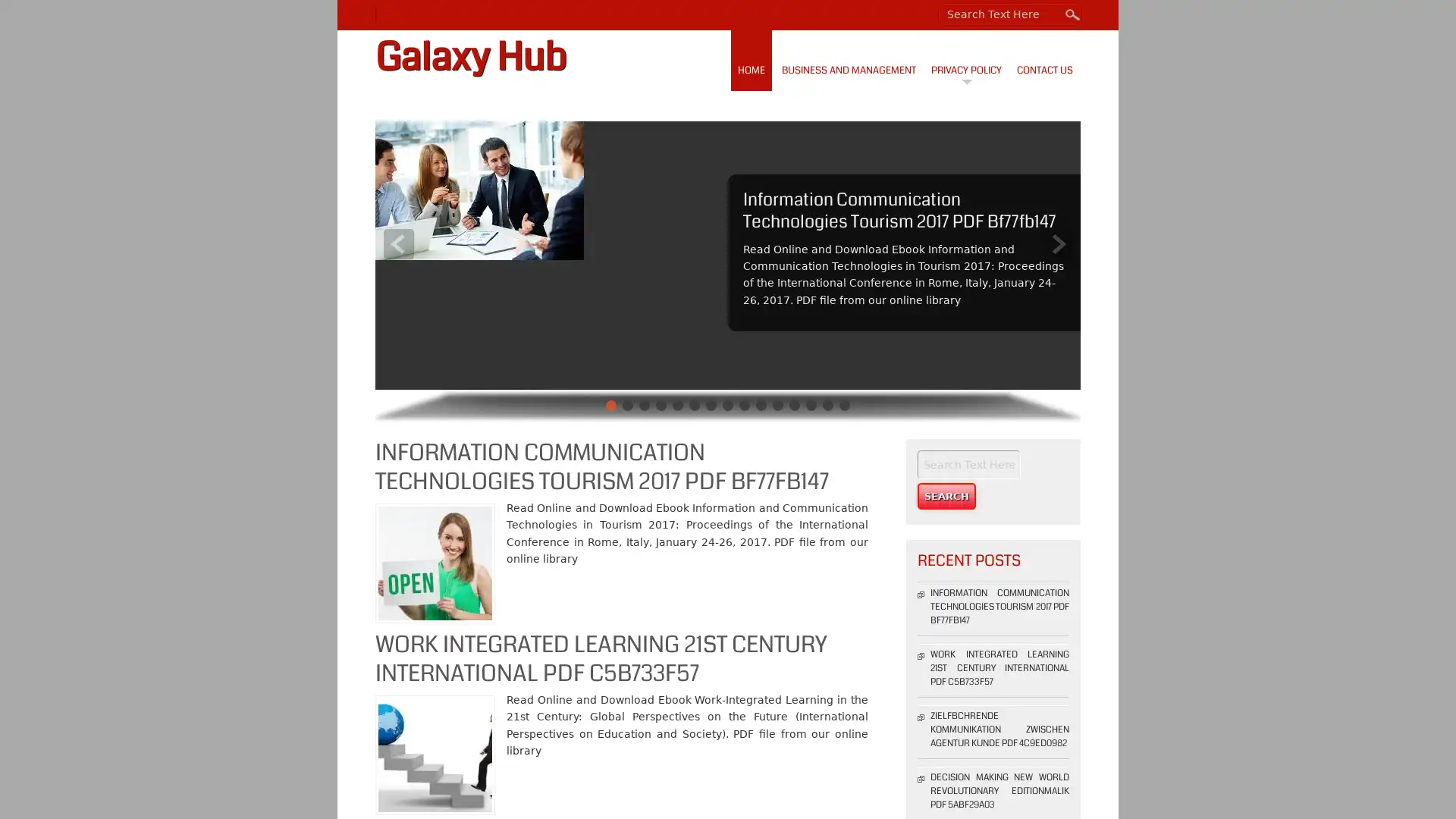  Describe the element at coordinates (946, 496) in the screenshot. I see `Search` at that location.